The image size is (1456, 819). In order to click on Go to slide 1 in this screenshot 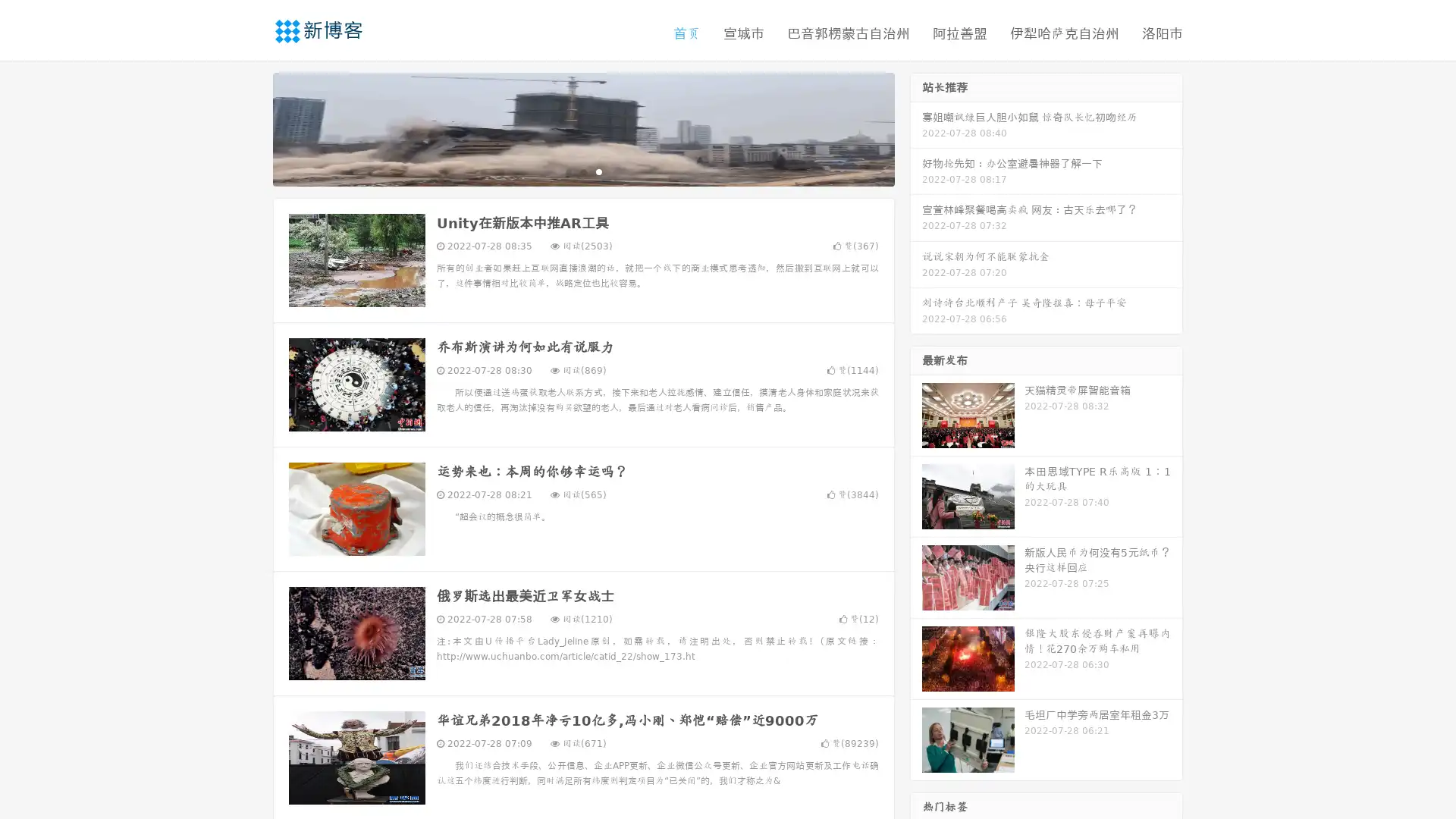, I will do `click(567, 171)`.